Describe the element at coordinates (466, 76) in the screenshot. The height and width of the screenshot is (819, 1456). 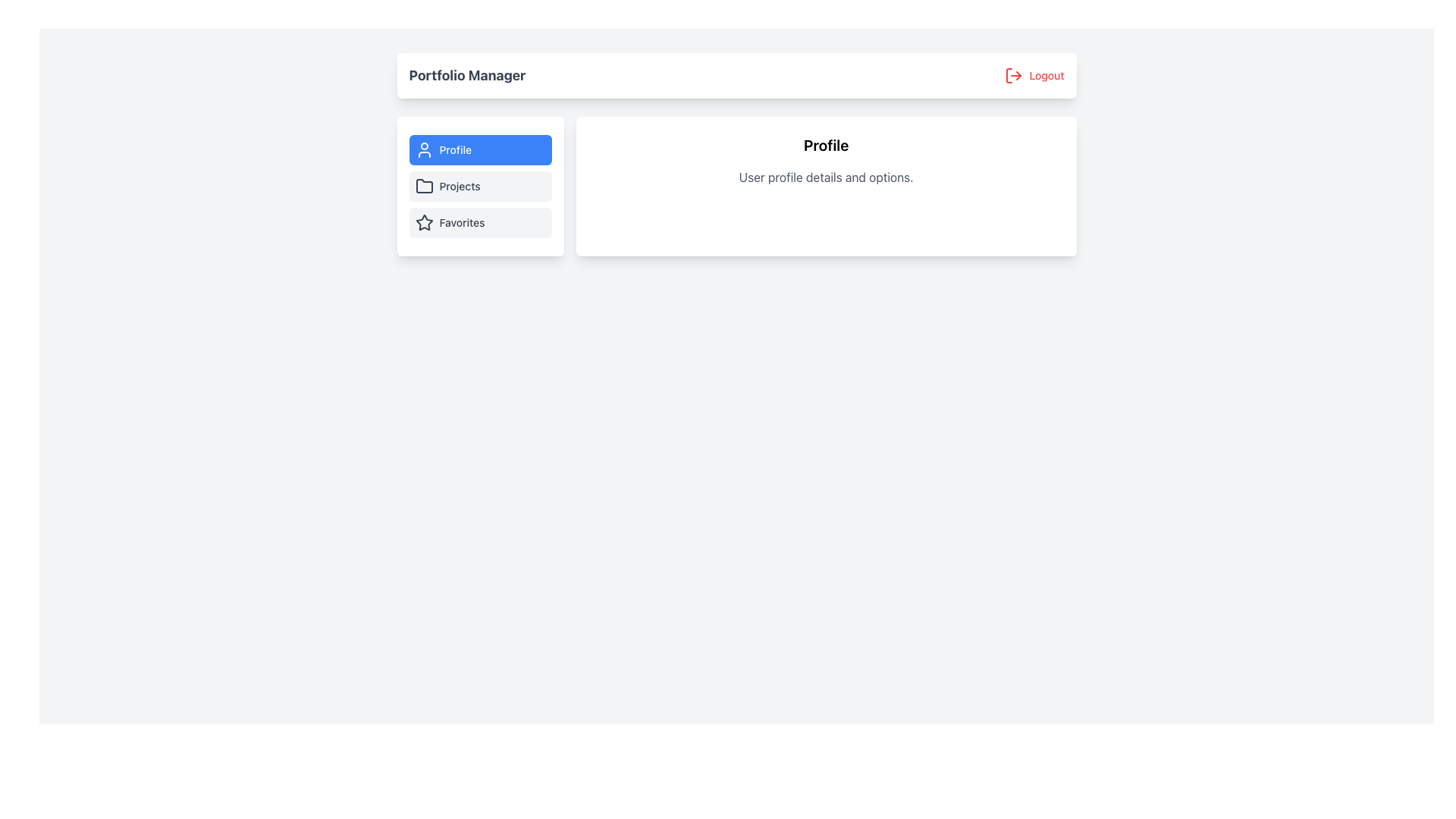
I see `the 'Portfolio Manager' text label, which is a bold and large gray font label located in the top-left section of the header bar, to the left of the 'Logout' button` at that location.